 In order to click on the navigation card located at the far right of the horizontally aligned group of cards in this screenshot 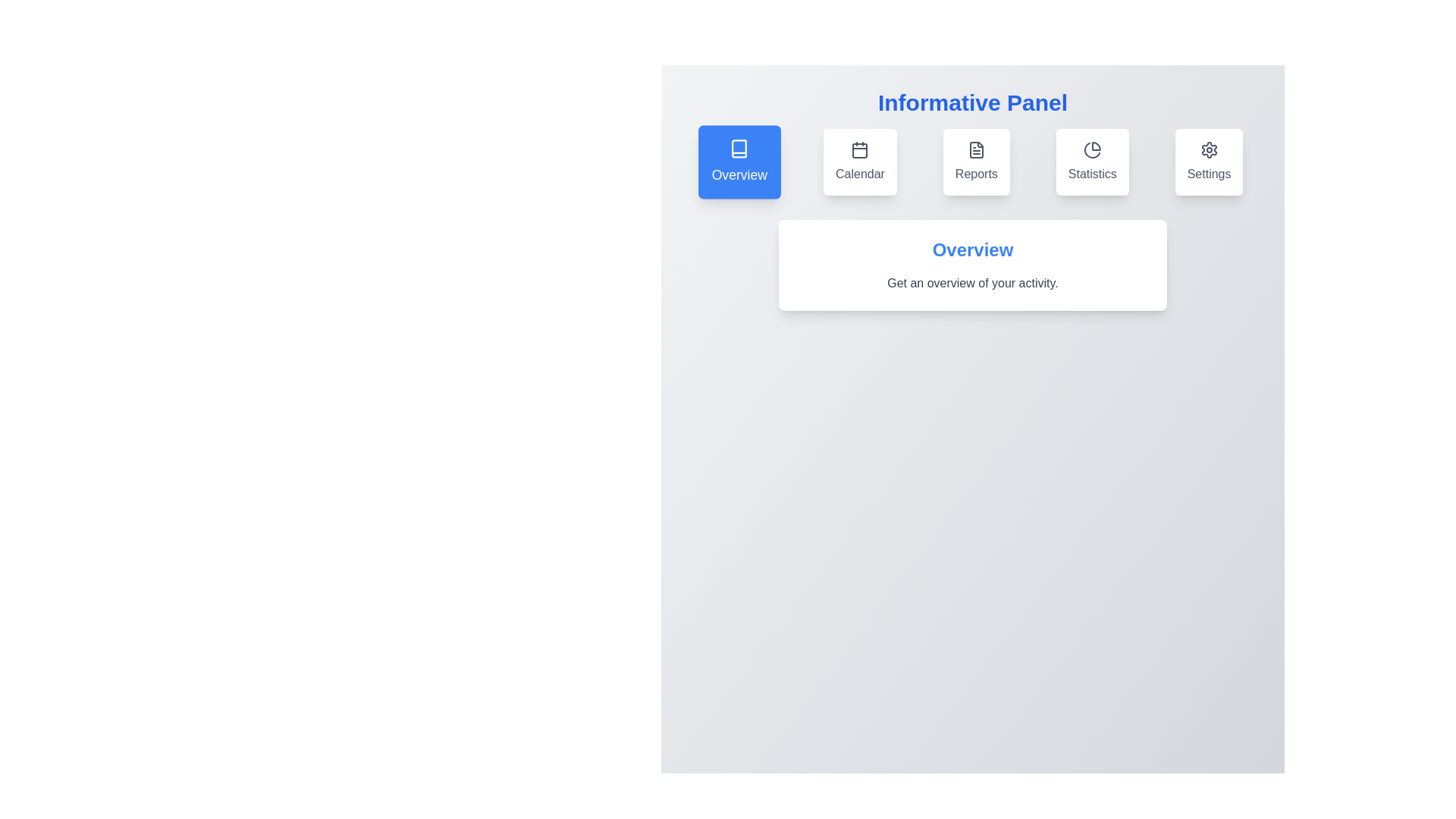, I will do `click(1208, 162)`.